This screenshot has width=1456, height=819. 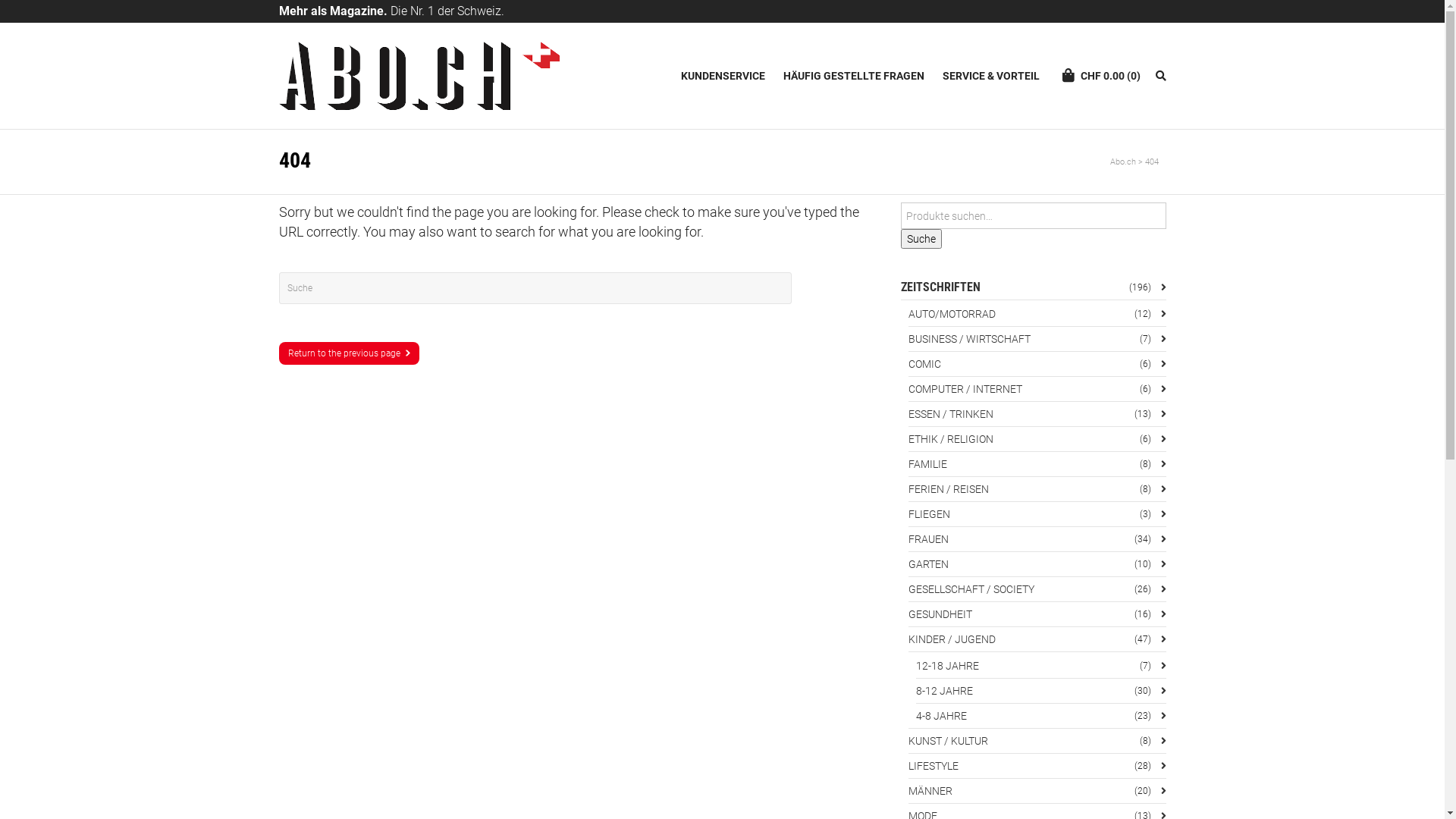 I want to click on 'KUNDENSERVICE', so click(x=673, y=76).